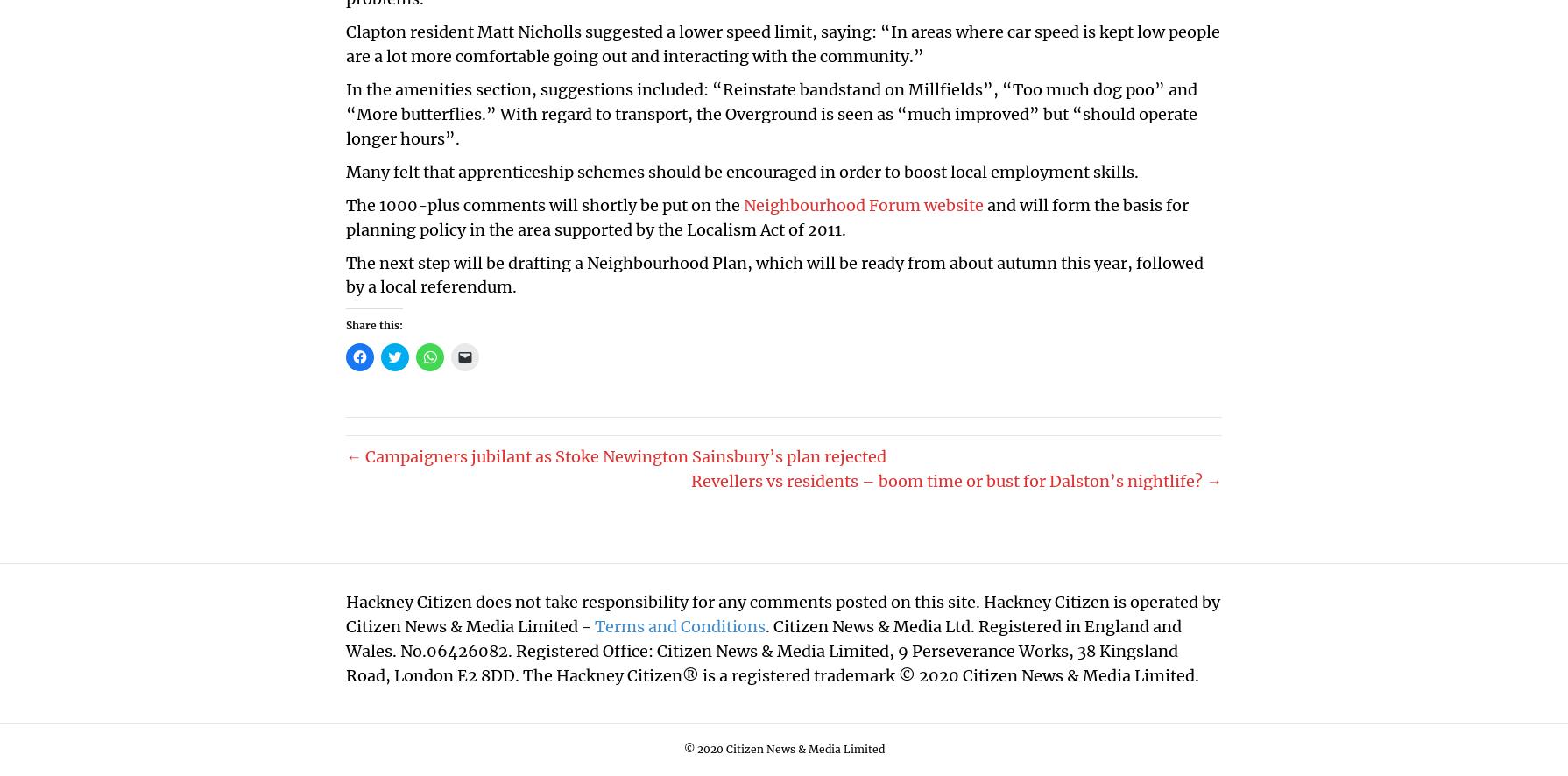  What do you see at coordinates (615, 455) in the screenshot?
I see `'← Campaigners jubilant as Stoke Newington Sainsbury’s plan rejected'` at bounding box center [615, 455].